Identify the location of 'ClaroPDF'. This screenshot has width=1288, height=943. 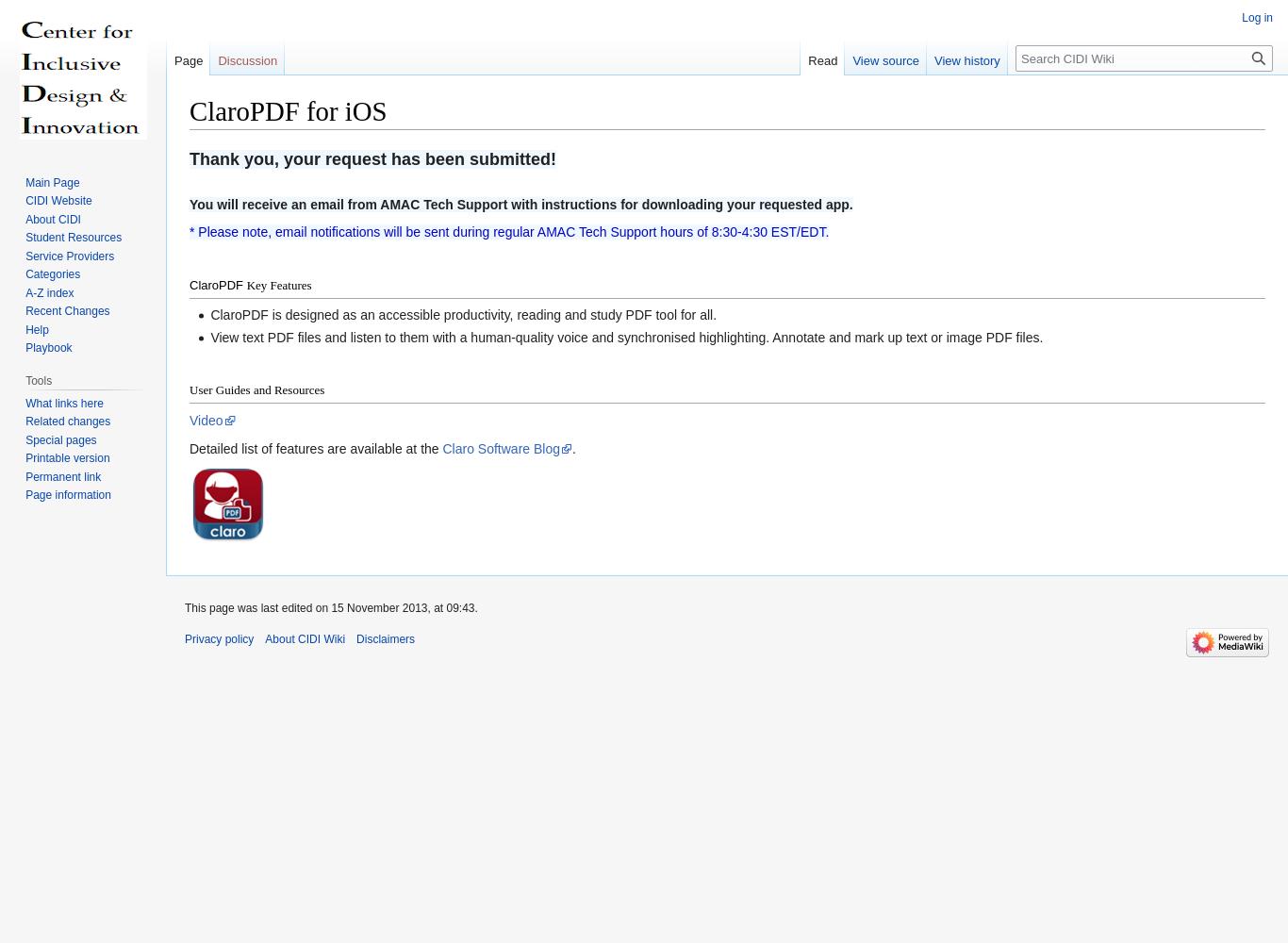
(217, 285).